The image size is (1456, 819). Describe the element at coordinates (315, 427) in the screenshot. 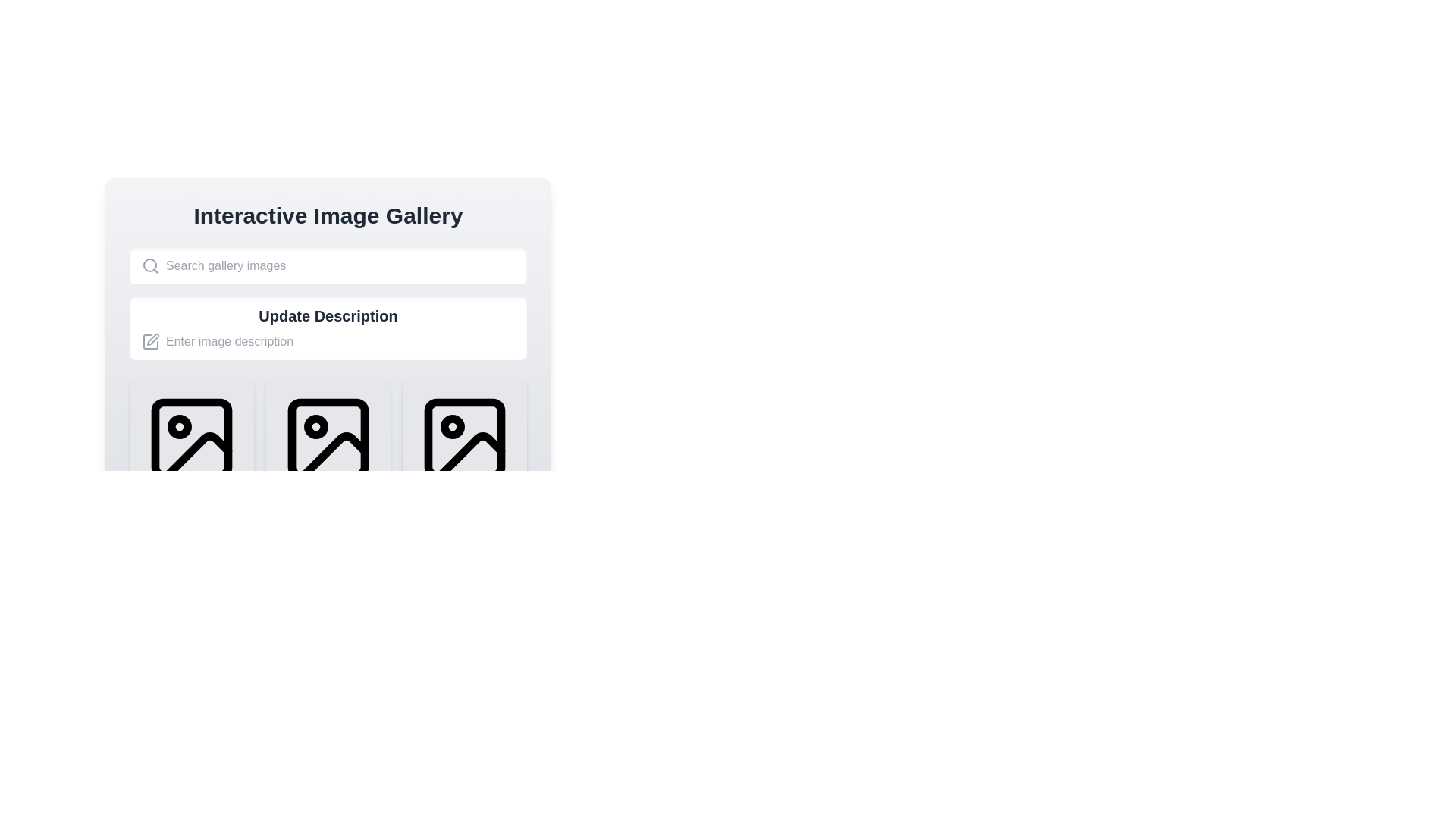

I see `the small circular decorative marker located in the upper-left quadrant of the second thumbnail icon in the gallery interface` at that location.